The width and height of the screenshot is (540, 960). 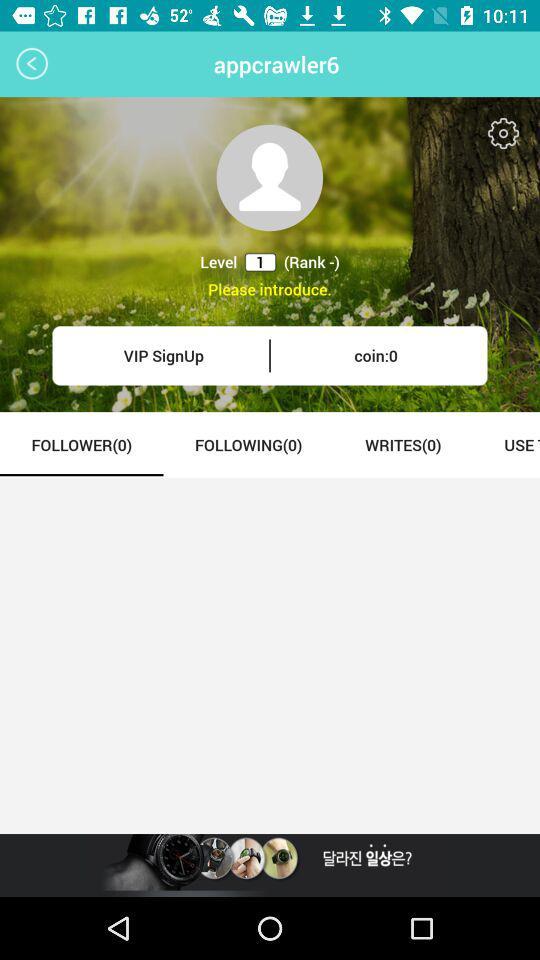 What do you see at coordinates (269, 176) in the screenshot?
I see `profile` at bounding box center [269, 176].